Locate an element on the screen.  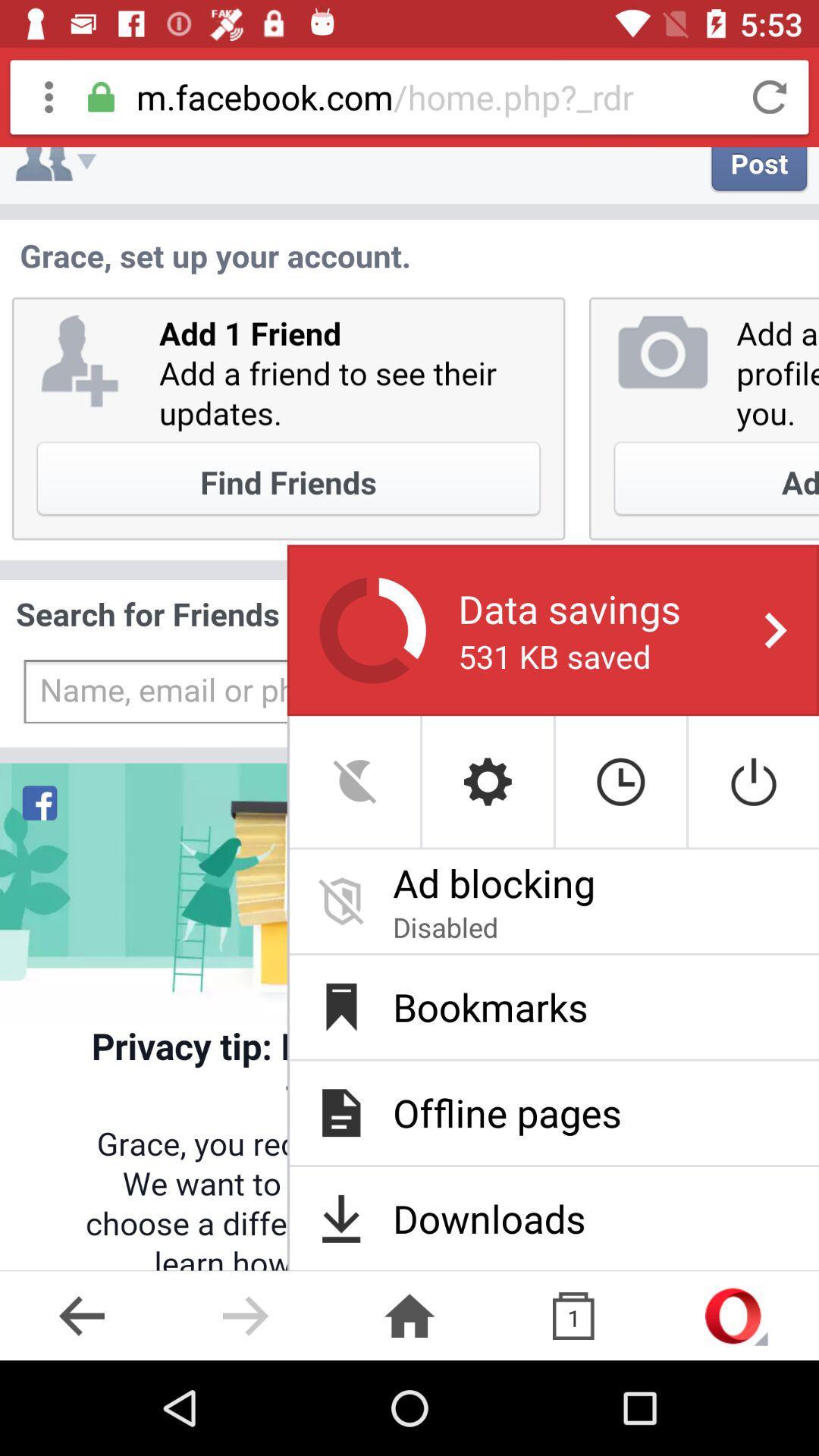
the power icon is located at coordinates (754, 781).